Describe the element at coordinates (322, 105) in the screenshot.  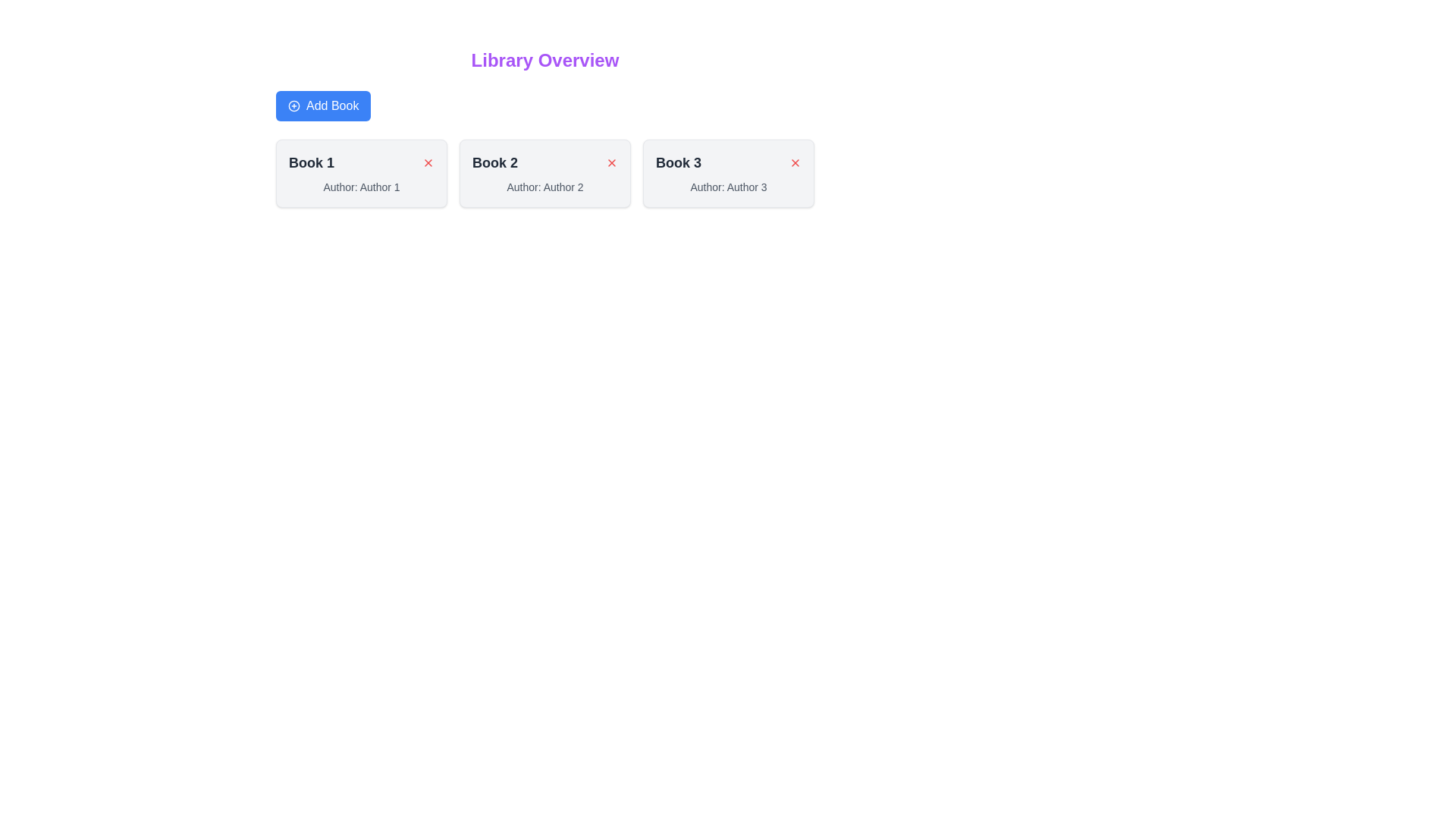
I see `the blue rectangular button labeled 'Add Book' with a plus sign icon` at that location.